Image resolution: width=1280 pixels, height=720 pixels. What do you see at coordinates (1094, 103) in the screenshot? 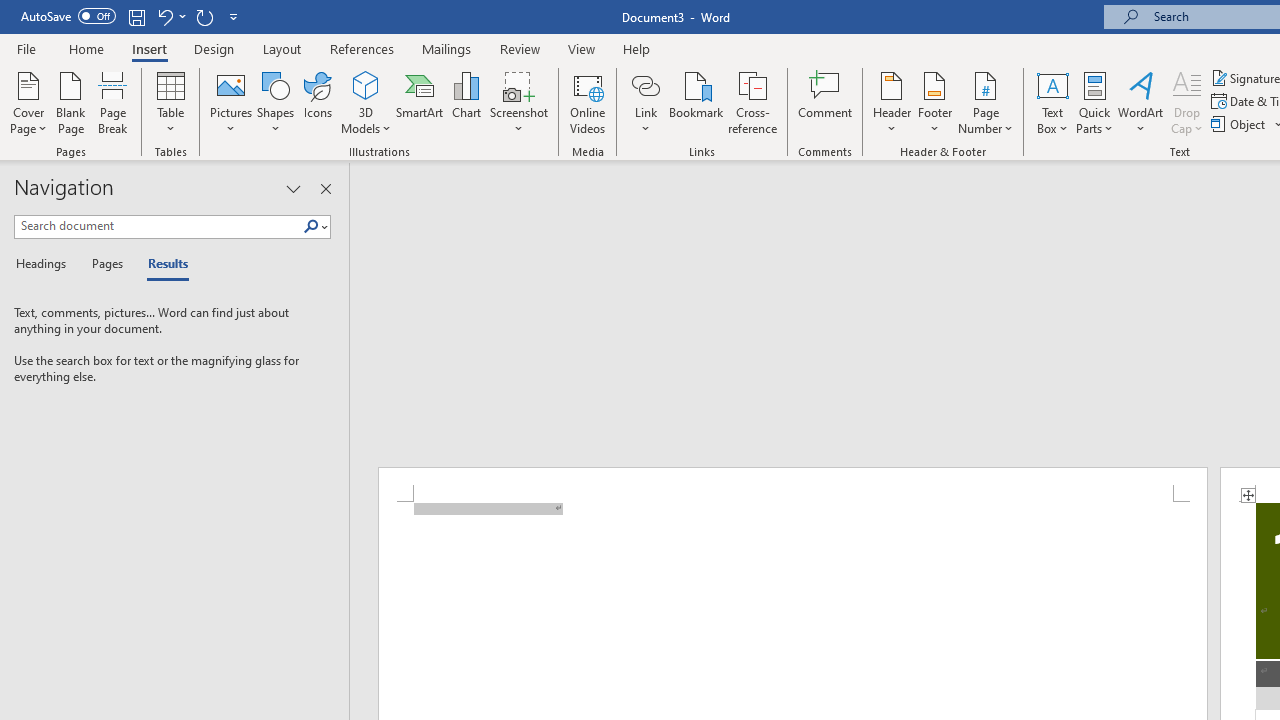
I see `'Quick Parts'` at bounding box center [1094, 103].